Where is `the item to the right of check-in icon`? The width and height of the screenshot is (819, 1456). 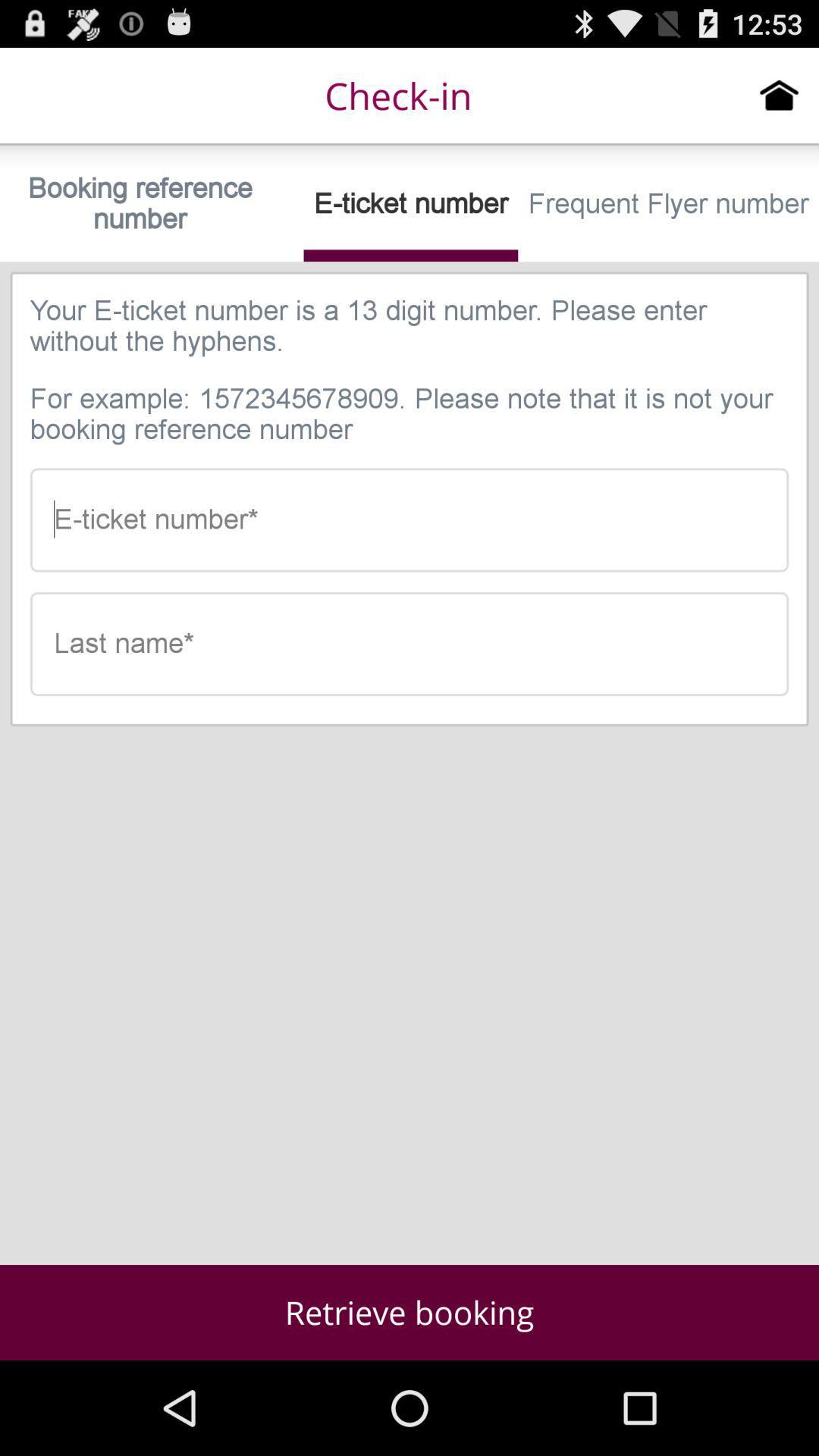 the item to the right of check-in icon is located at coordinates (779, 94).